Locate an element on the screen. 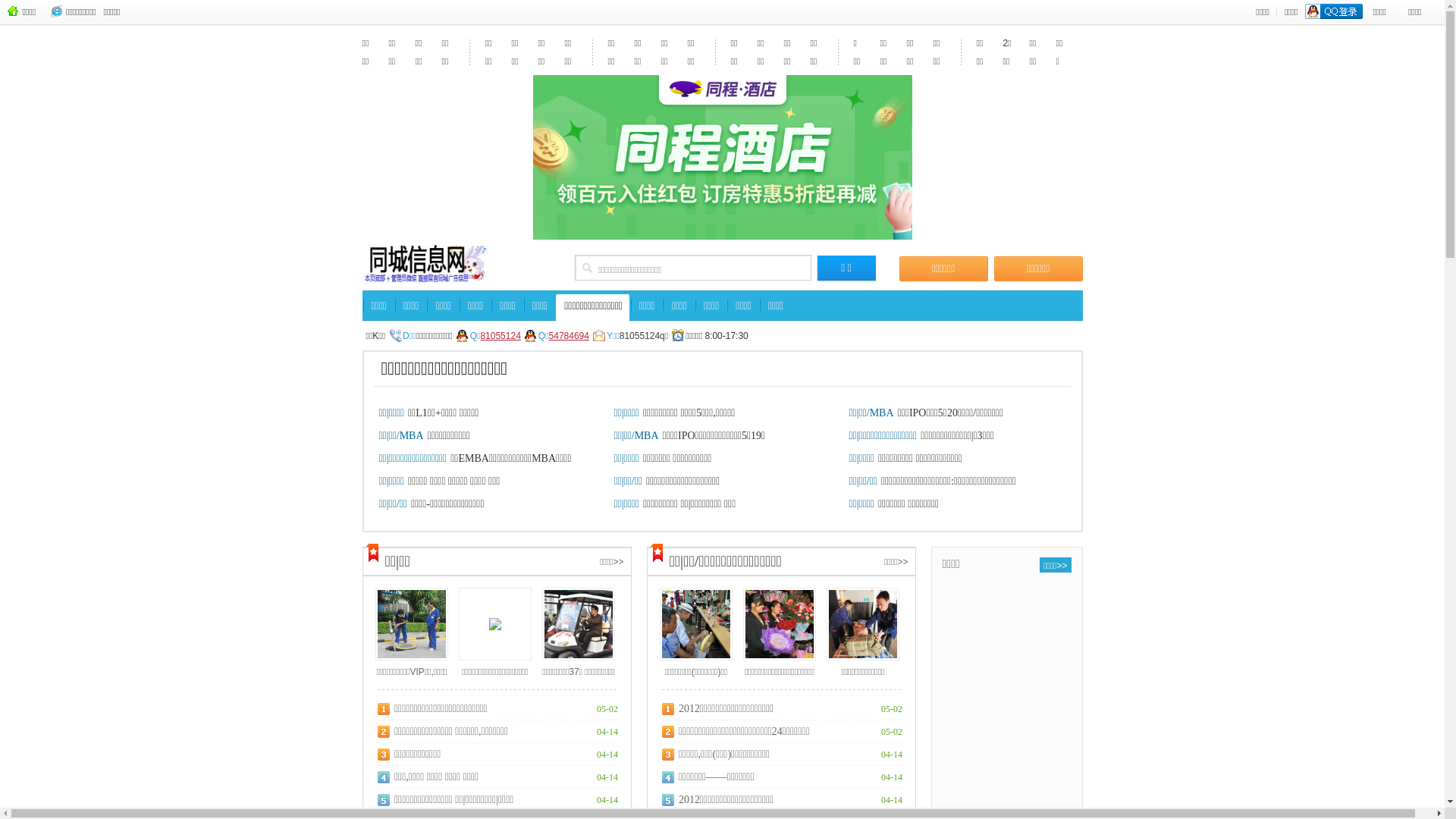  '54784694' is located at coordinates (568, 341).